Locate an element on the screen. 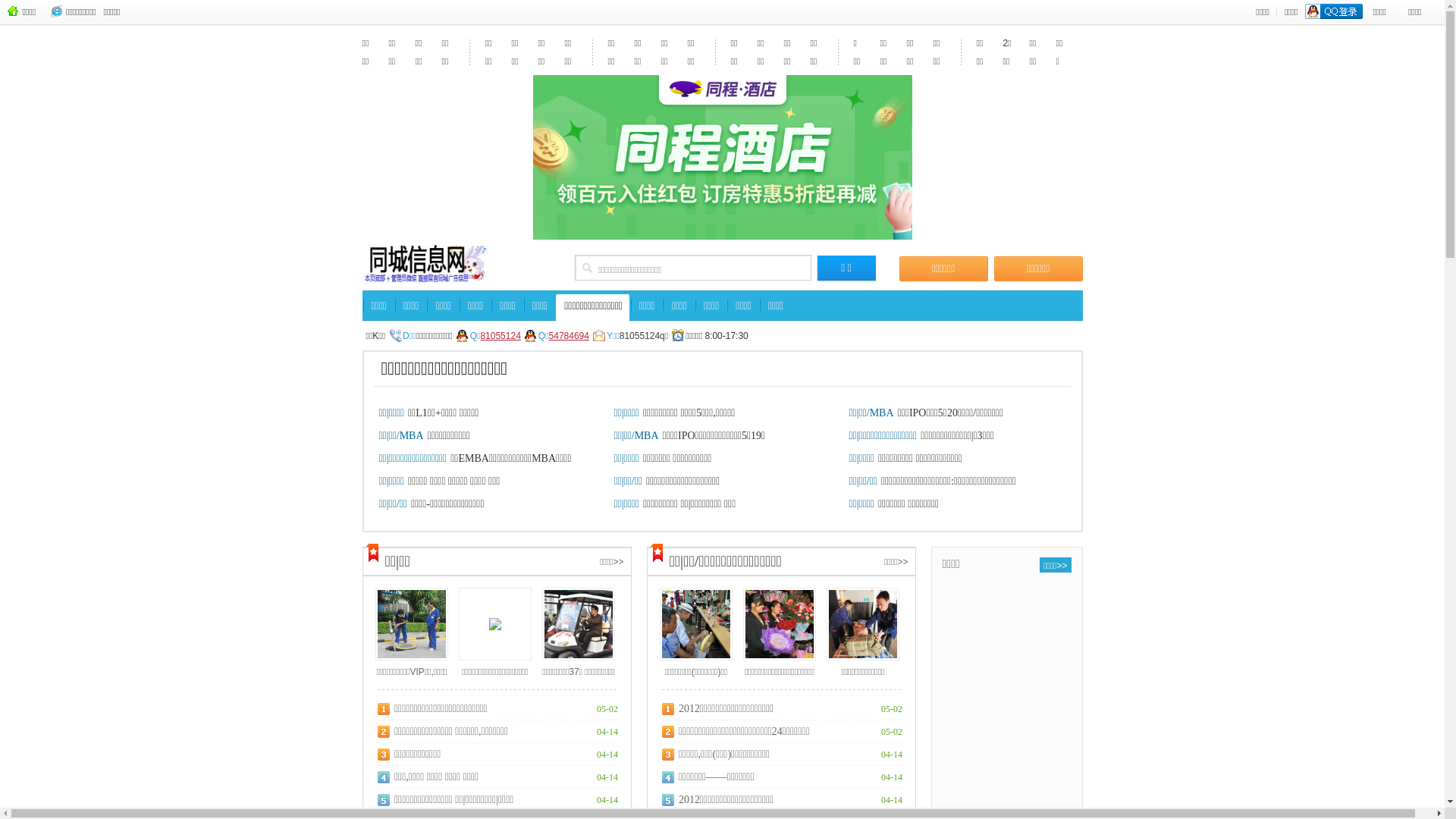  '54784694' is located at coordinates (568, 341).